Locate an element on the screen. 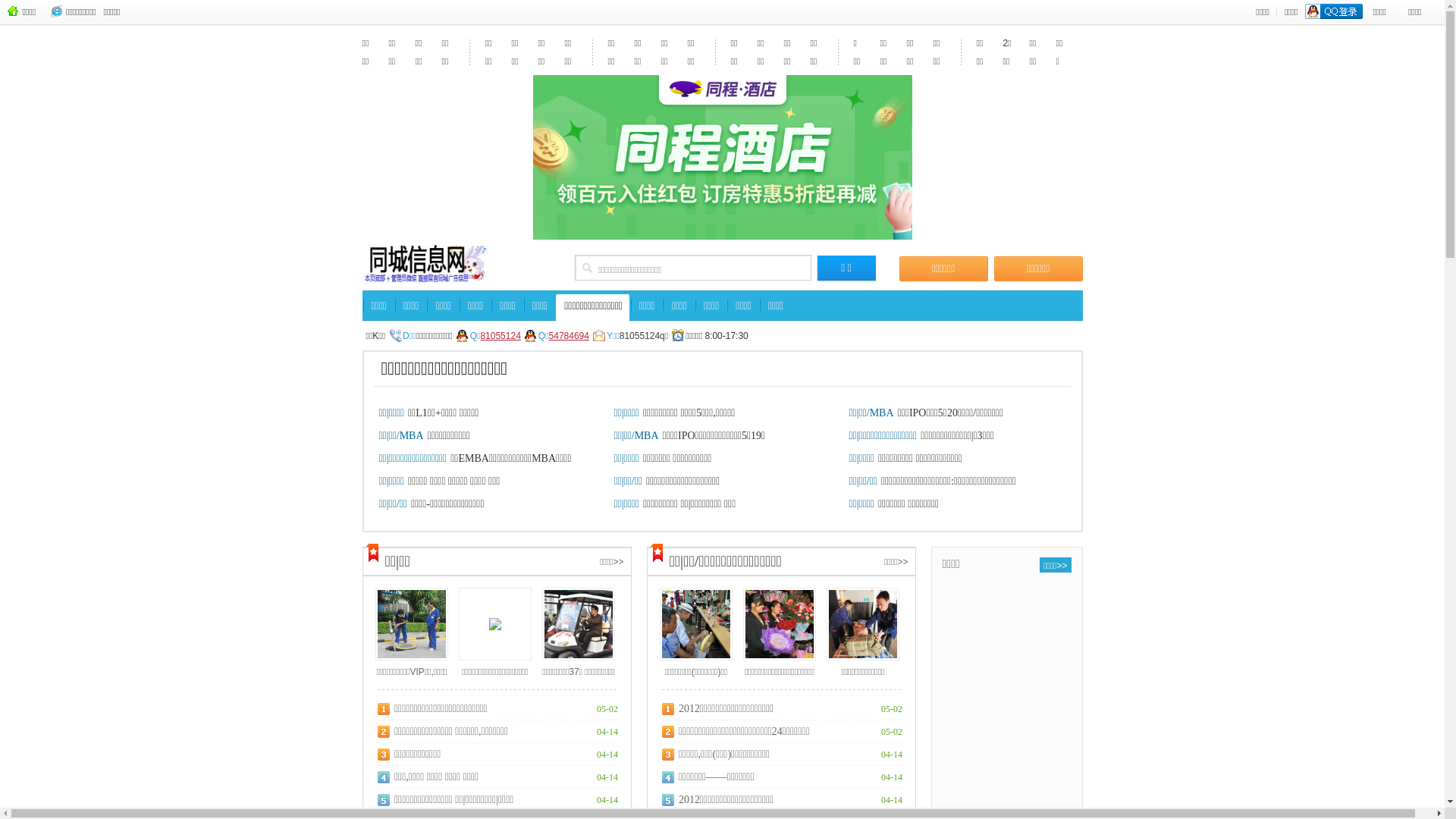  '54784694' is located at coordinates (568, 341).